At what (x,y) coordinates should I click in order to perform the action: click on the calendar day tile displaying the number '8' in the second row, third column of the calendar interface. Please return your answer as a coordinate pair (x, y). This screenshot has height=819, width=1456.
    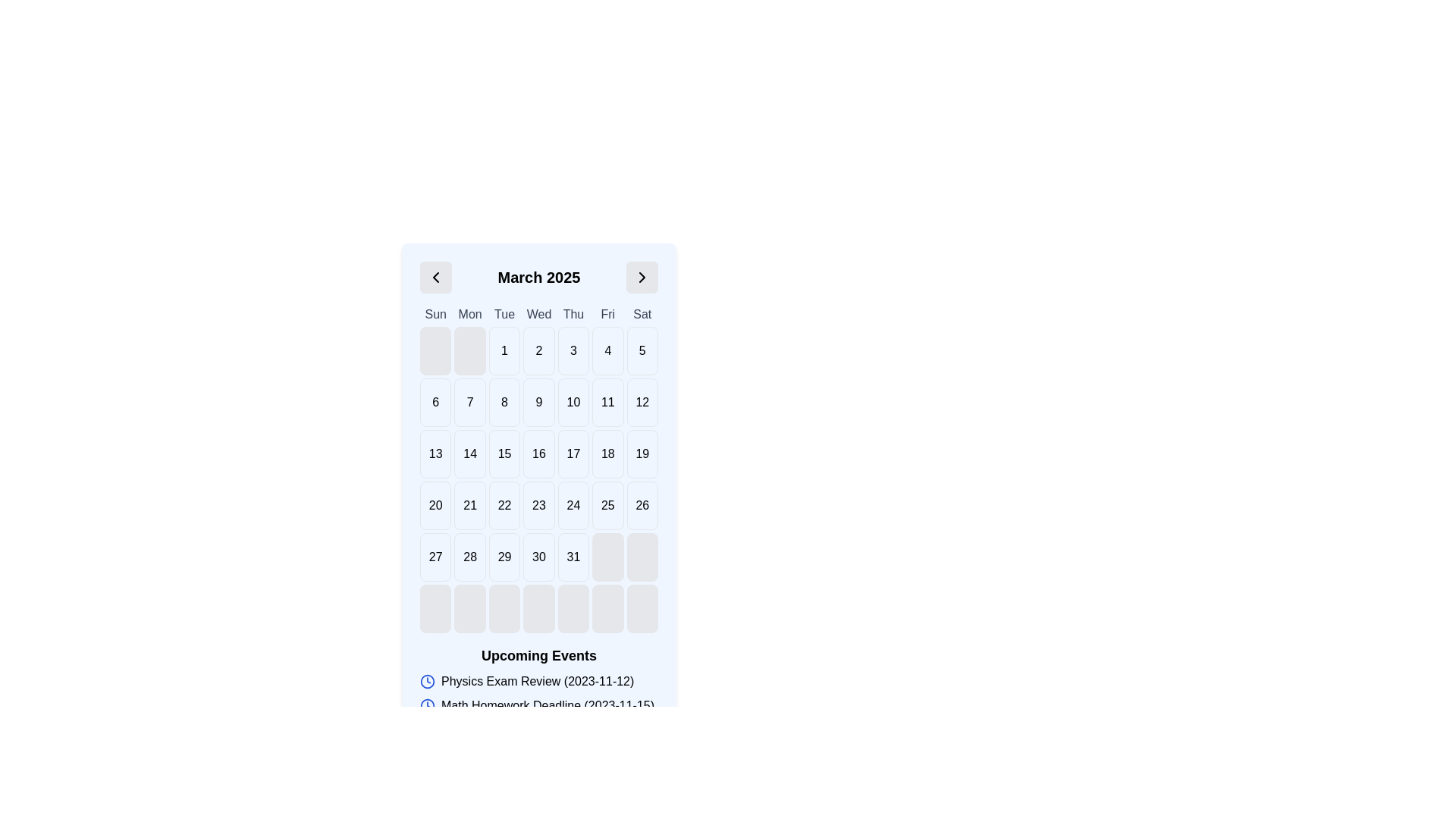
    Looking at the image, I should click on (504, 402).